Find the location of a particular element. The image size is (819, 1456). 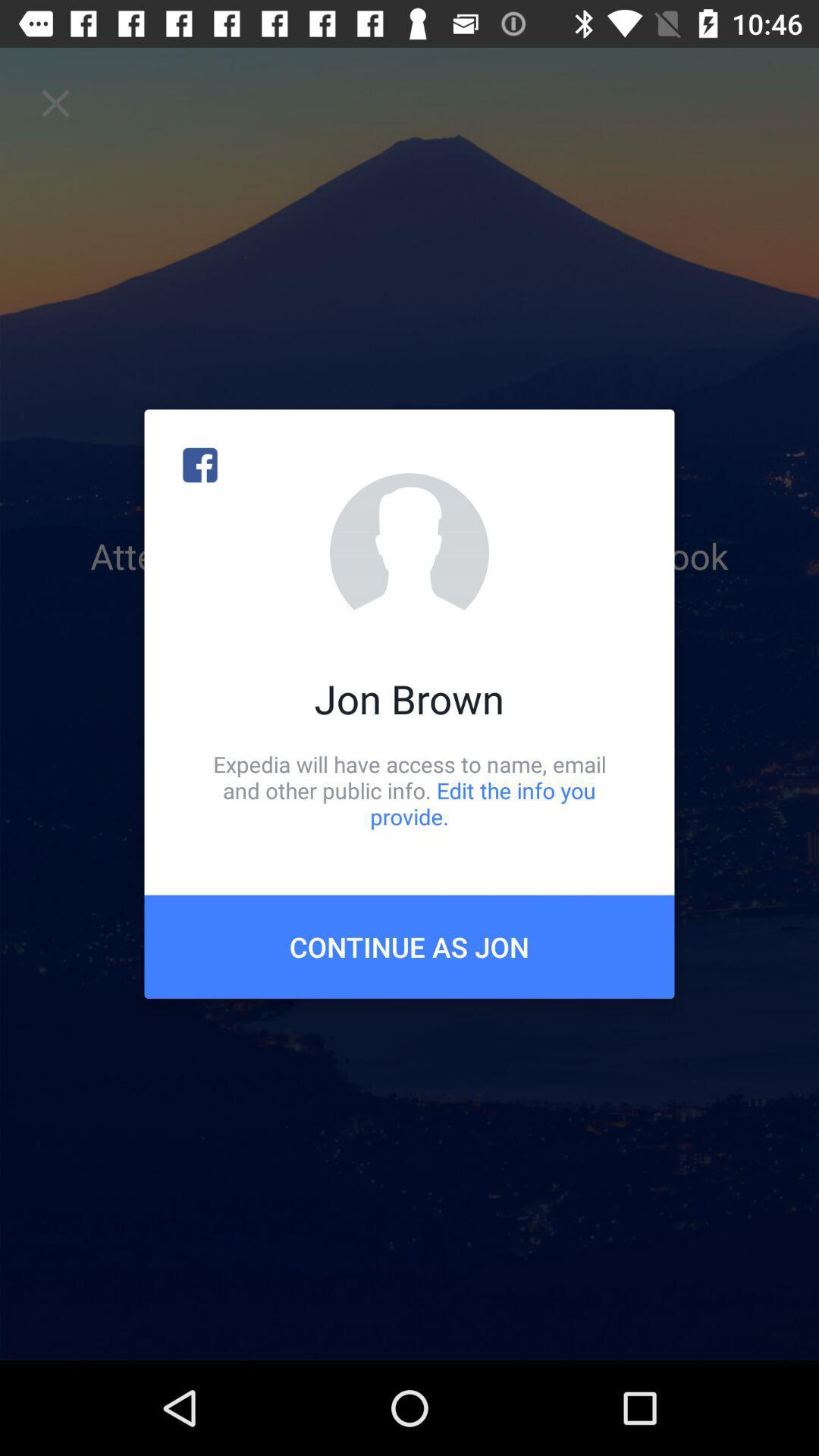

continue as jon icon is located at coordinates (409, 946).